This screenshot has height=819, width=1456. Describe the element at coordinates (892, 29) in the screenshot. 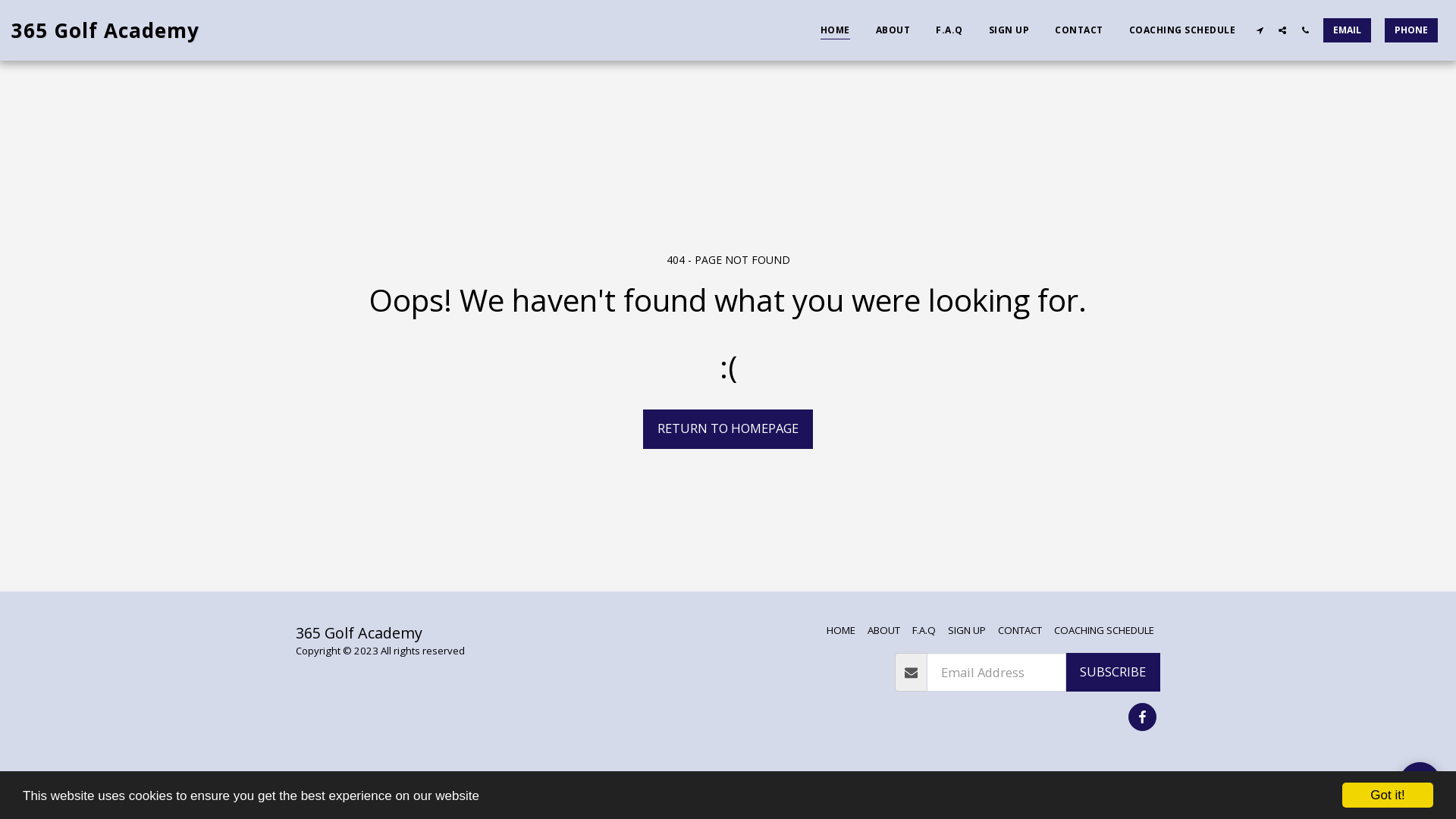

I see `'ABOUT'` at that location.